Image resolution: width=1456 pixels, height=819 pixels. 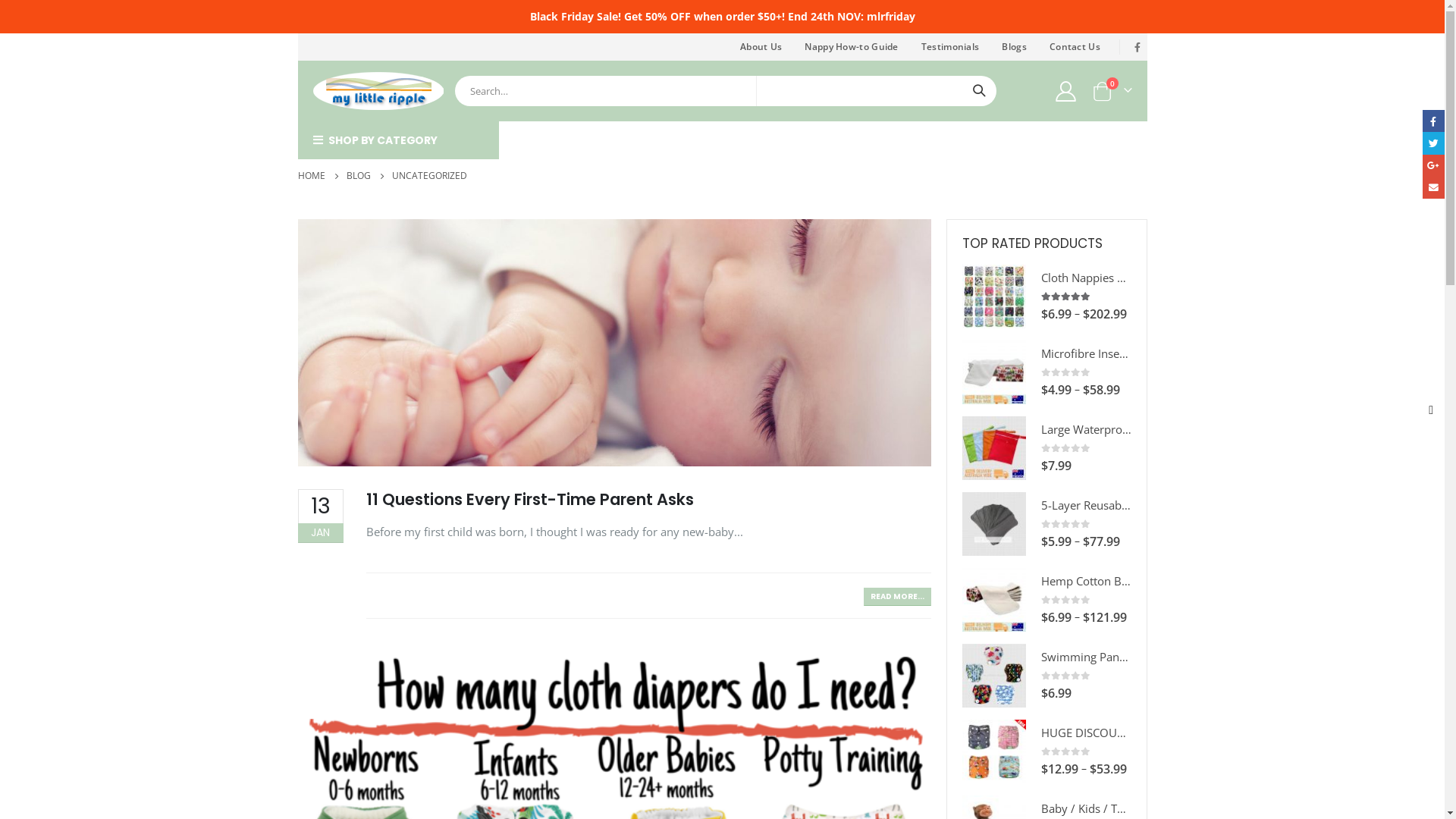 I want to click on 'Twitter', so click(x=1432, y=143).